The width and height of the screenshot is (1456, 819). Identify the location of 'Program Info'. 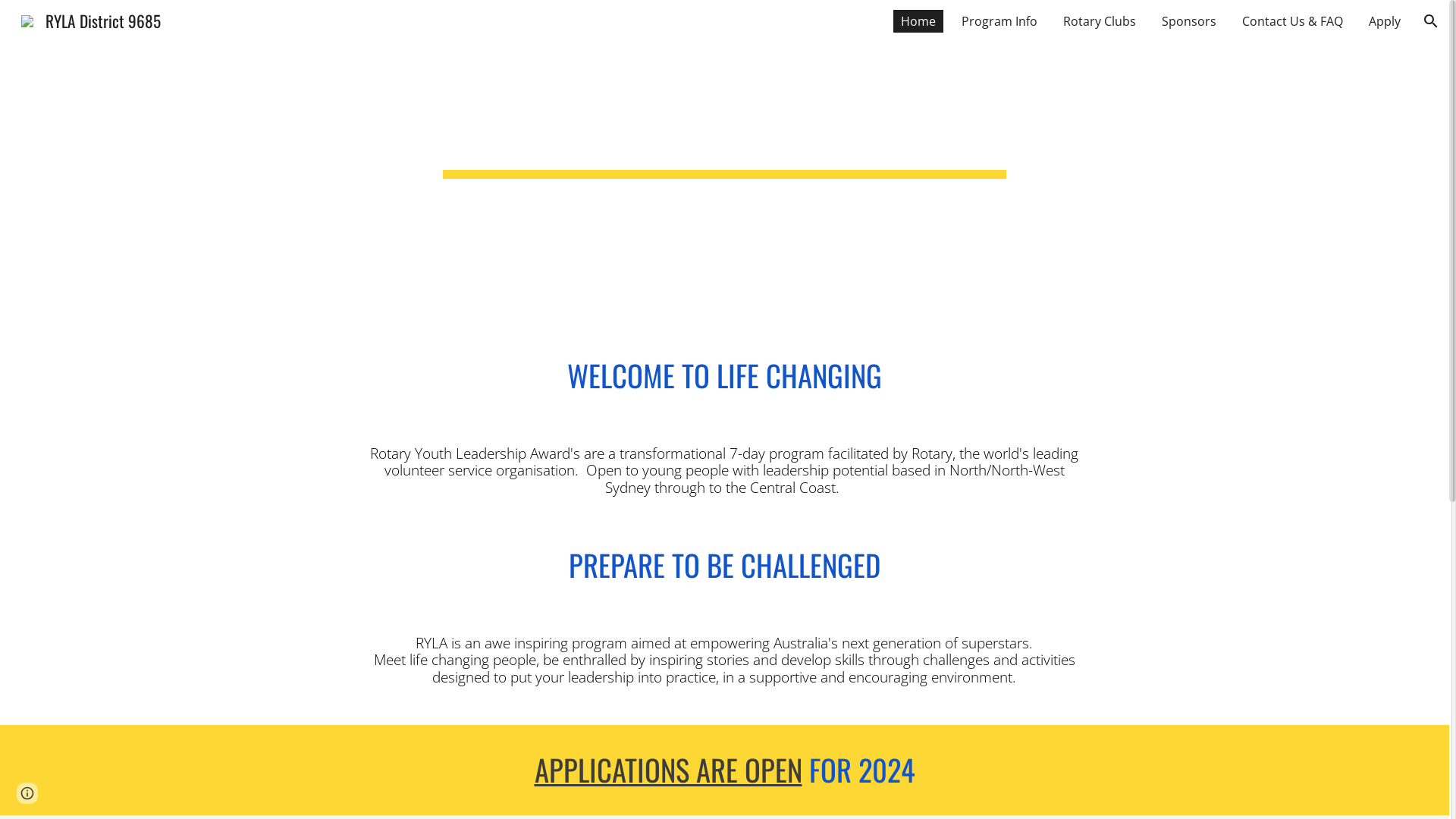
(999, 20).